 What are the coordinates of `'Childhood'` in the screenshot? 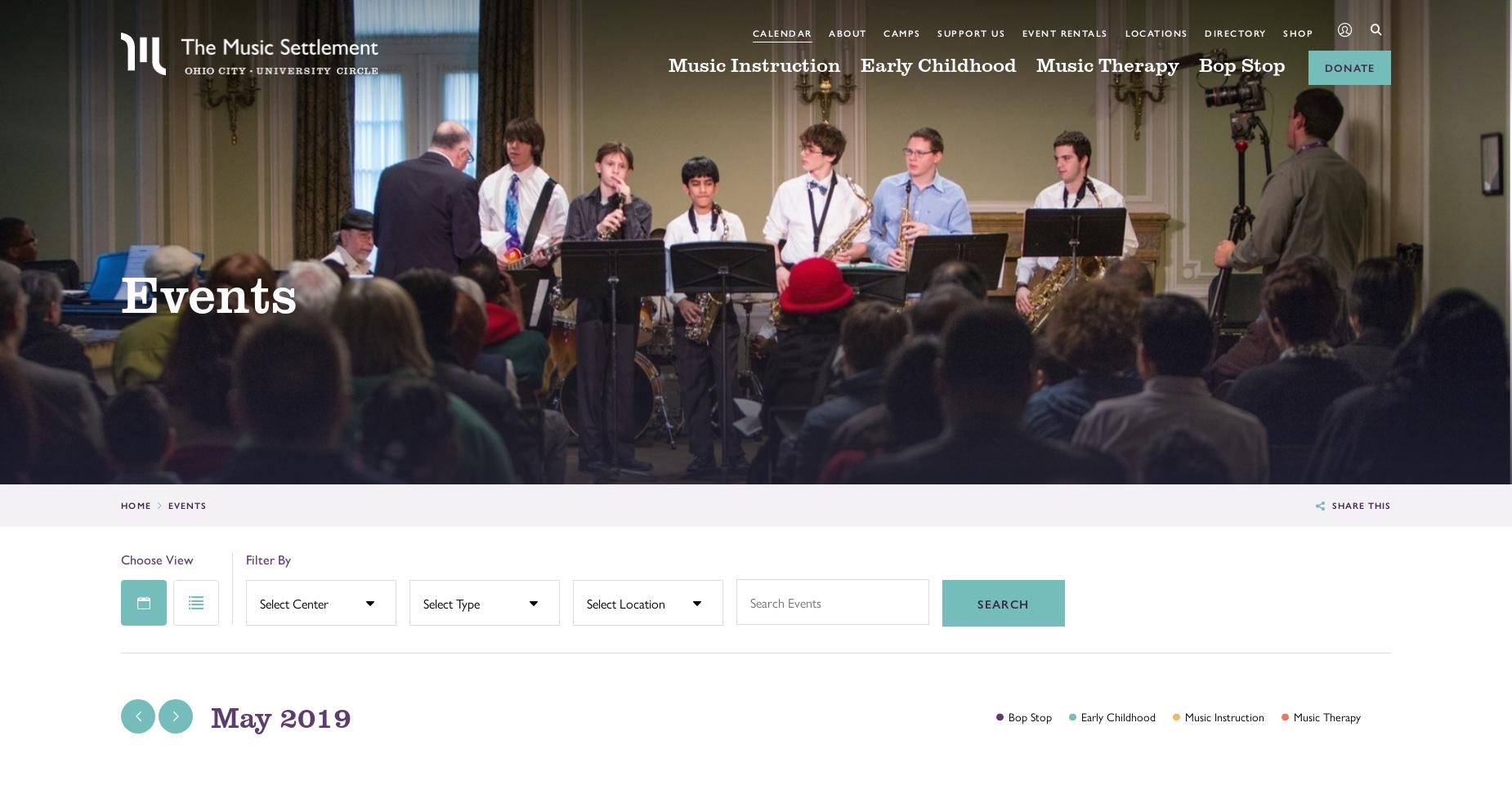 It's located at (1128, 716).